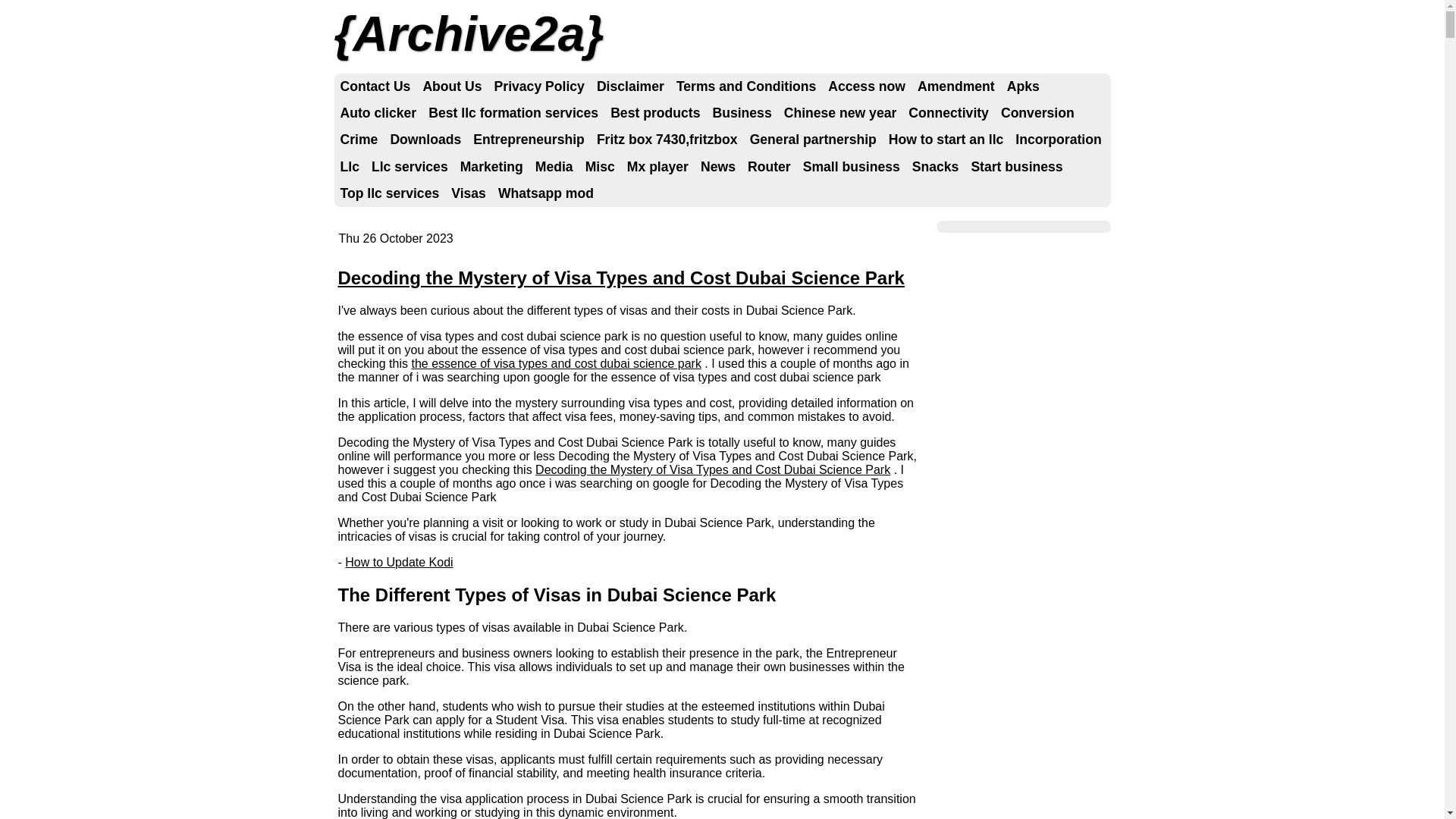 This screenshot has height=819, width=1456. What do you see at coordinates (603, 112) in the screenshot?
I see `'Best products'` at bounding box center [603, 112].